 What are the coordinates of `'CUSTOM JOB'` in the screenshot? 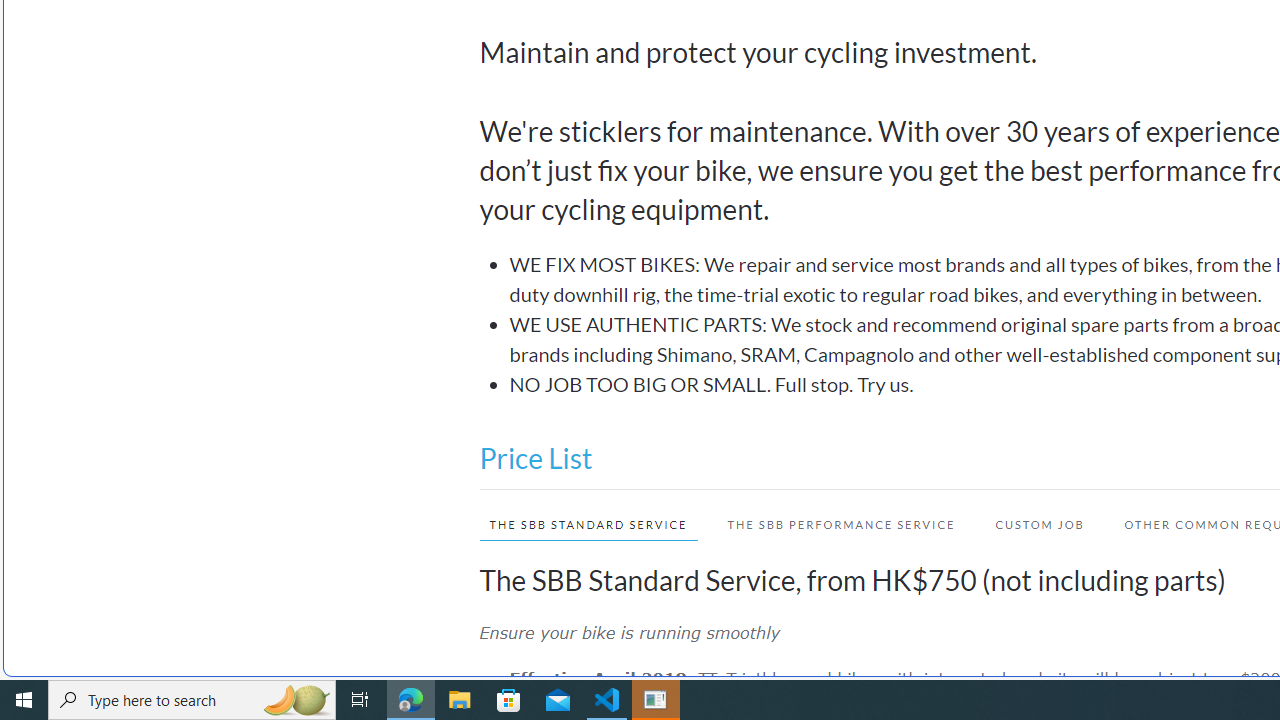 It's located at (1040, 523).